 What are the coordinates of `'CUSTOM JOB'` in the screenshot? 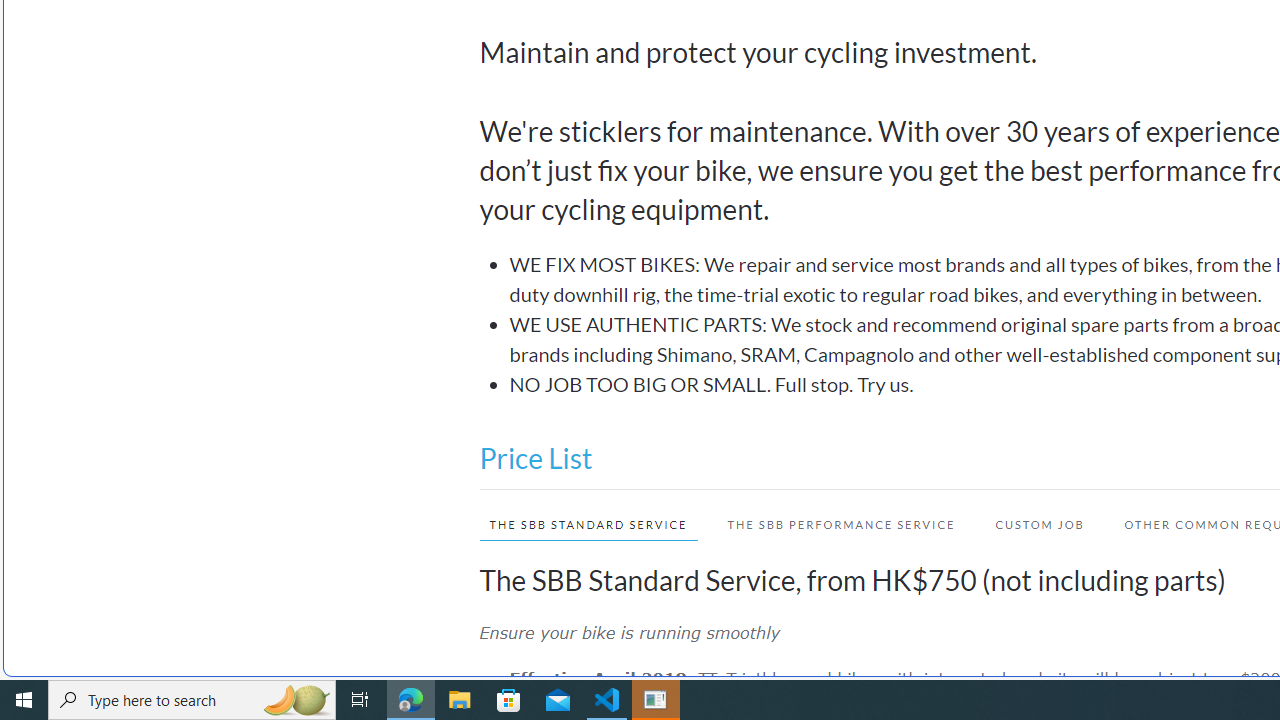 It's located at (1040, 523).